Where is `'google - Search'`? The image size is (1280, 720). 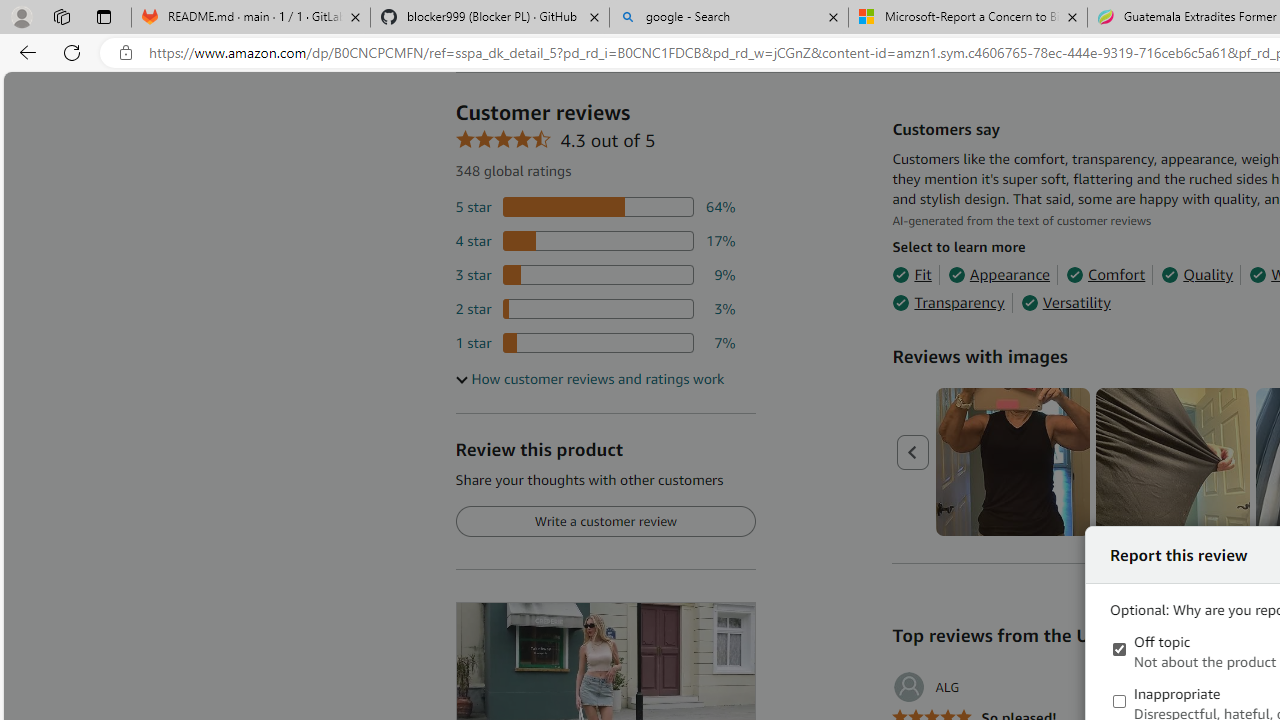
'google - Search' is located at coordinates (728, 17).